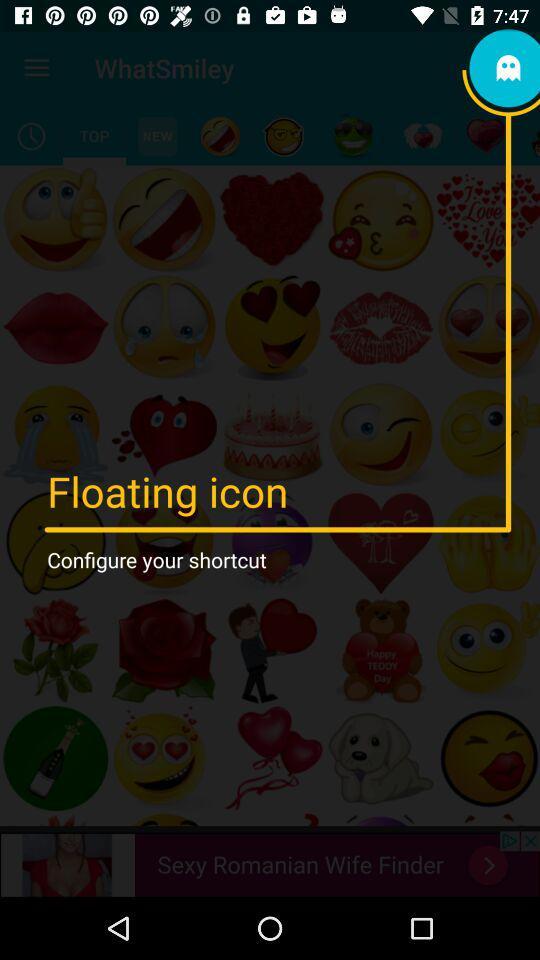  What do you see at coordinates (219, 135) in the screenshot?
I see `the item below whatsmiley` at bounding box center [219, 135].